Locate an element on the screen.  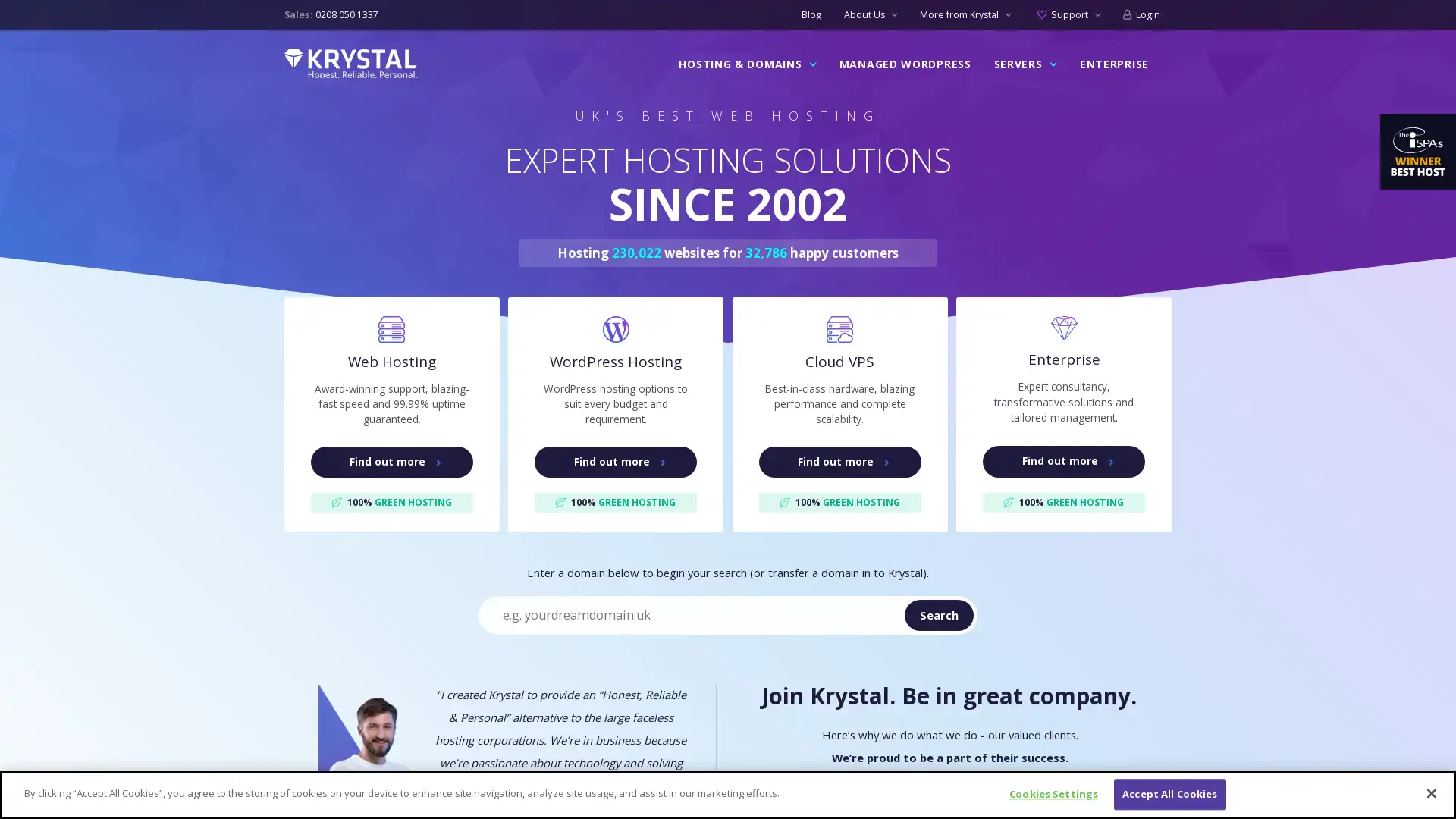
Close is located at coordinates (1430, 792).